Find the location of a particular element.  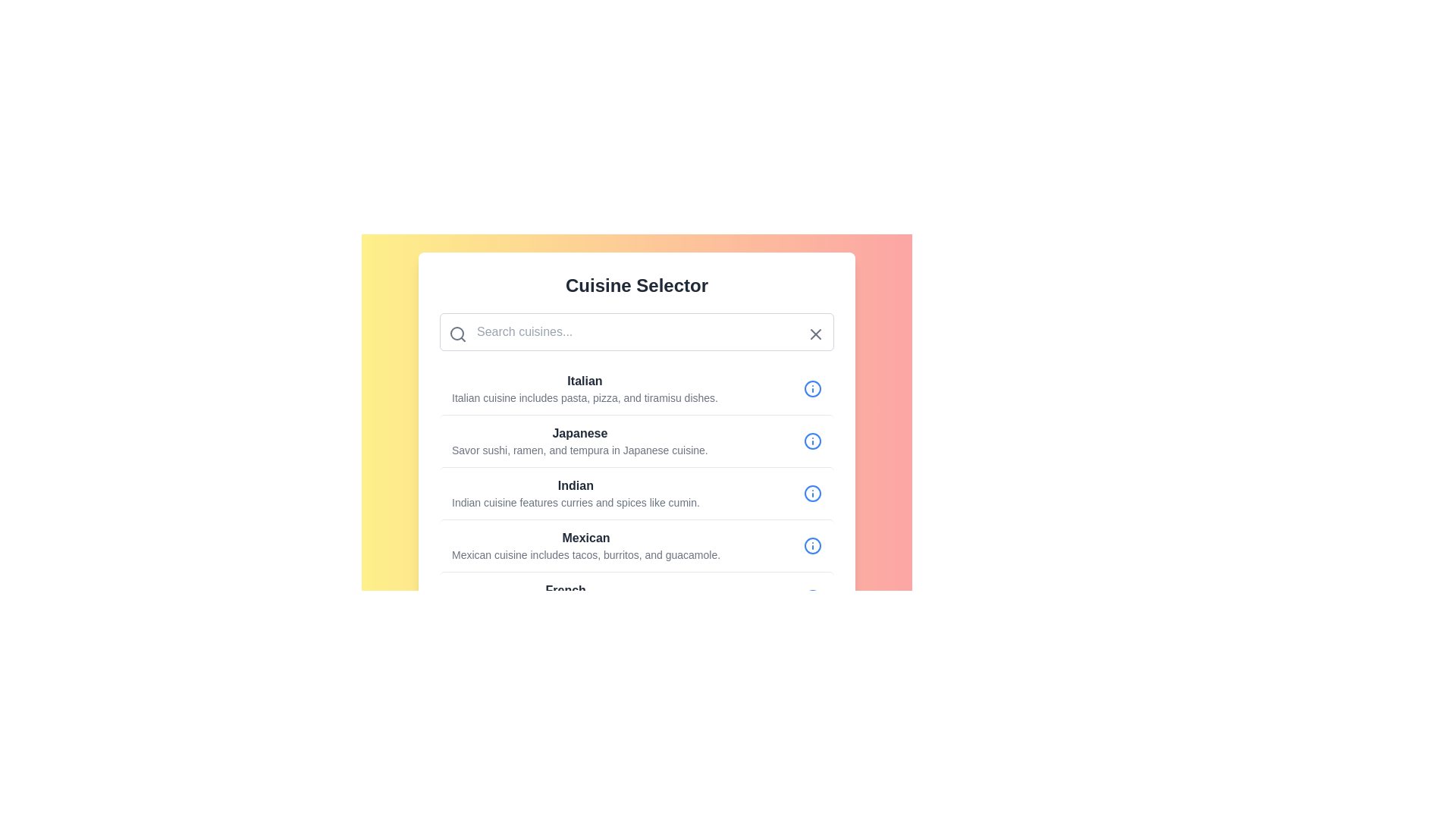

the 'French' text label is located at coordinates (565, 590).